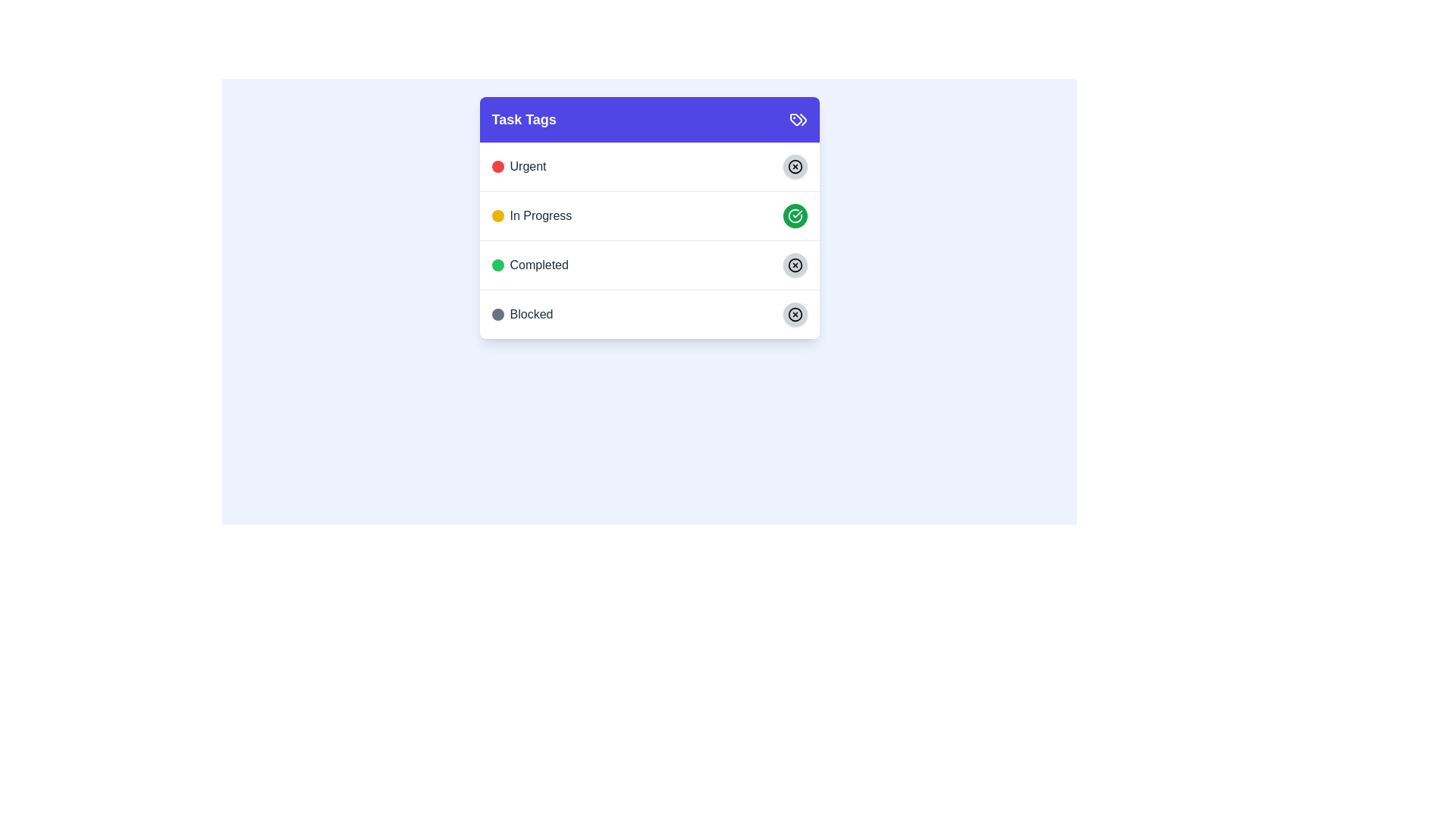 This screenshot has height=819, width=1456. I want to click on the circular button icon with a cross in its center, located in the fourth row of the 'Task Tags' list, so click(794, 265).